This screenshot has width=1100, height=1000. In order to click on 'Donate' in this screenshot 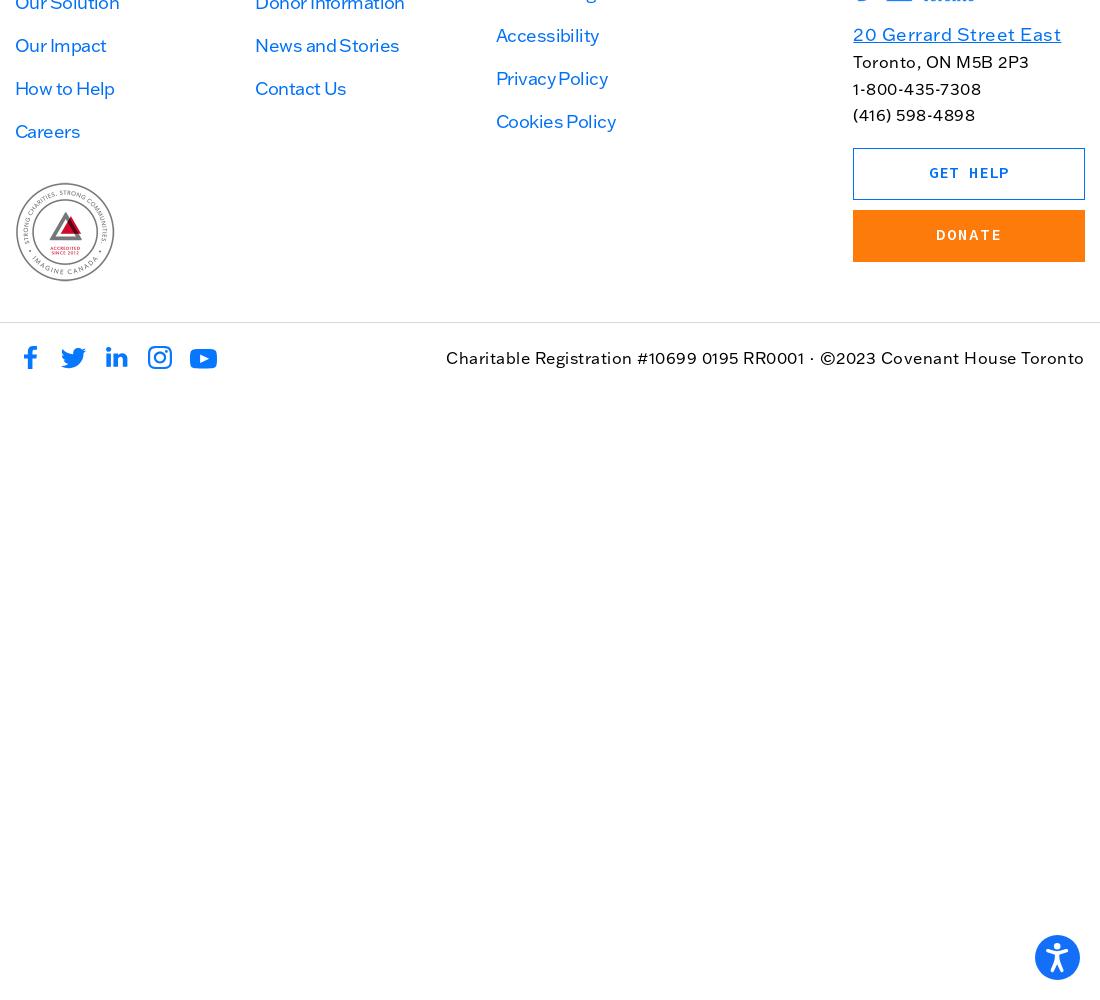, I will do `click(967, 234)`.